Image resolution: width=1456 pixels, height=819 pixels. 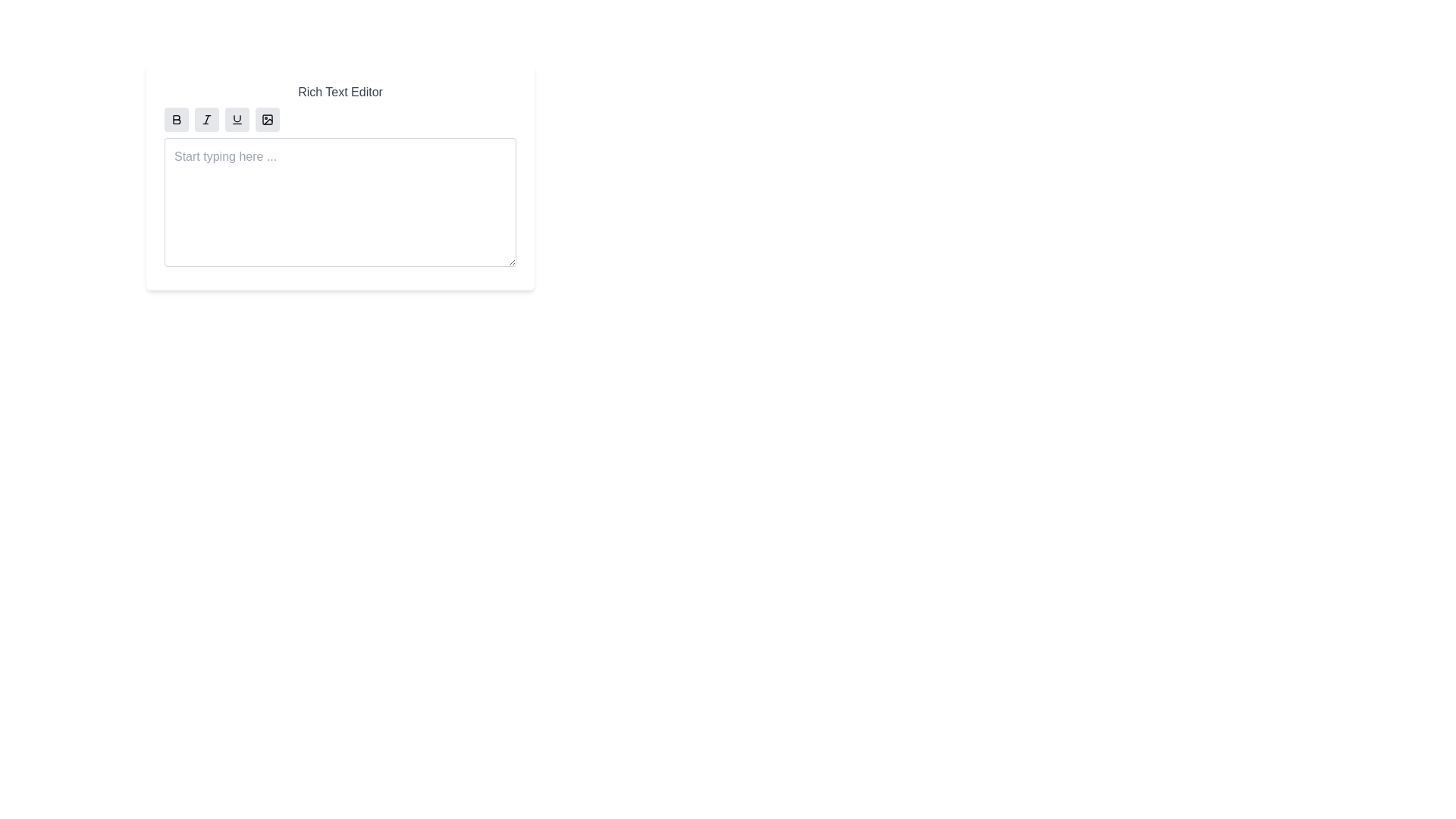 What do you see at coordinates (177, 119) in the screenshot?
I see `the first button from the left in the horizontal row of formatting buttons` at bounding box center [177, 119].